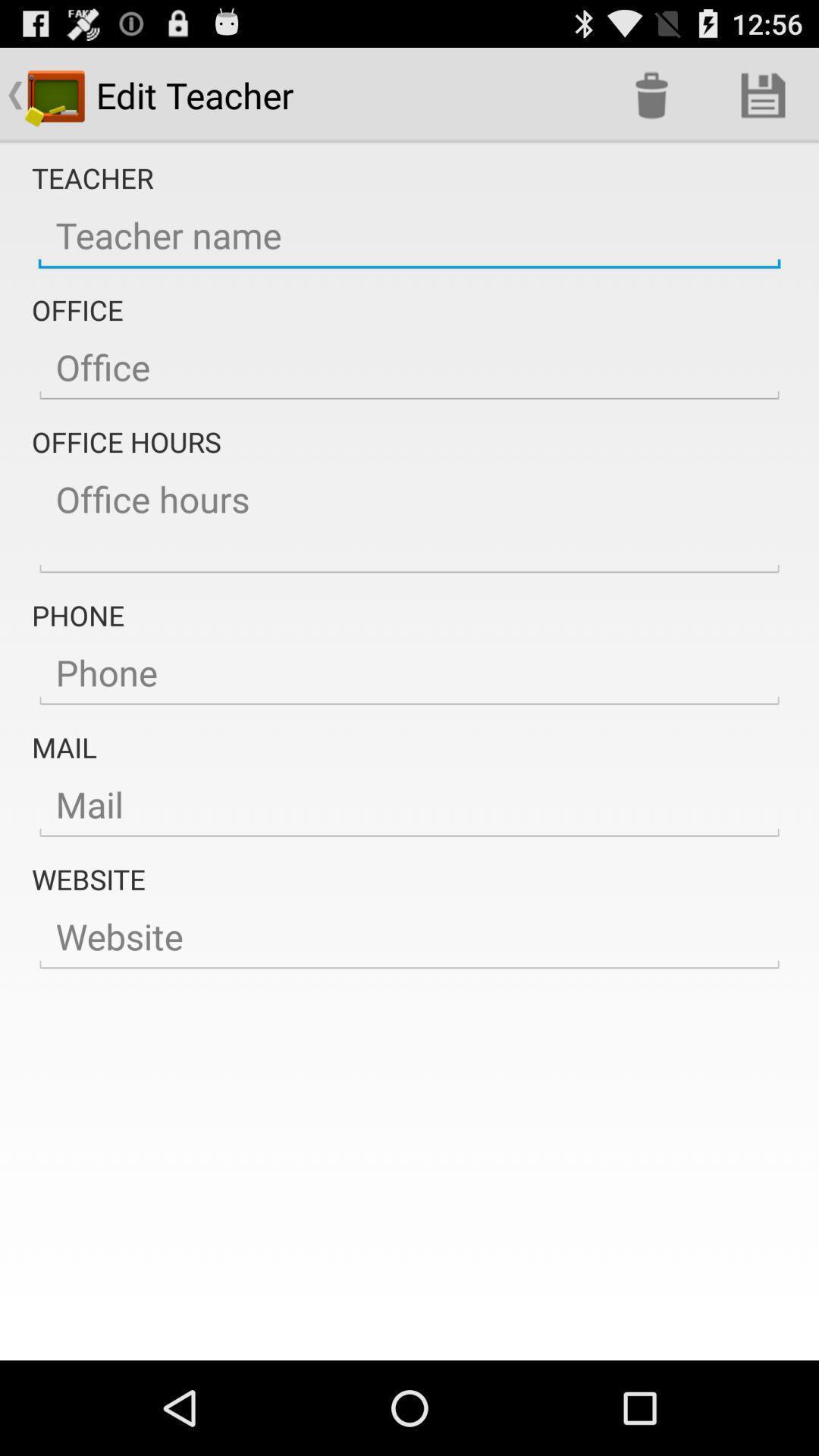 This screenshot has height=1456, width=819. I want to click on office name fillup box, so click(409, 368).